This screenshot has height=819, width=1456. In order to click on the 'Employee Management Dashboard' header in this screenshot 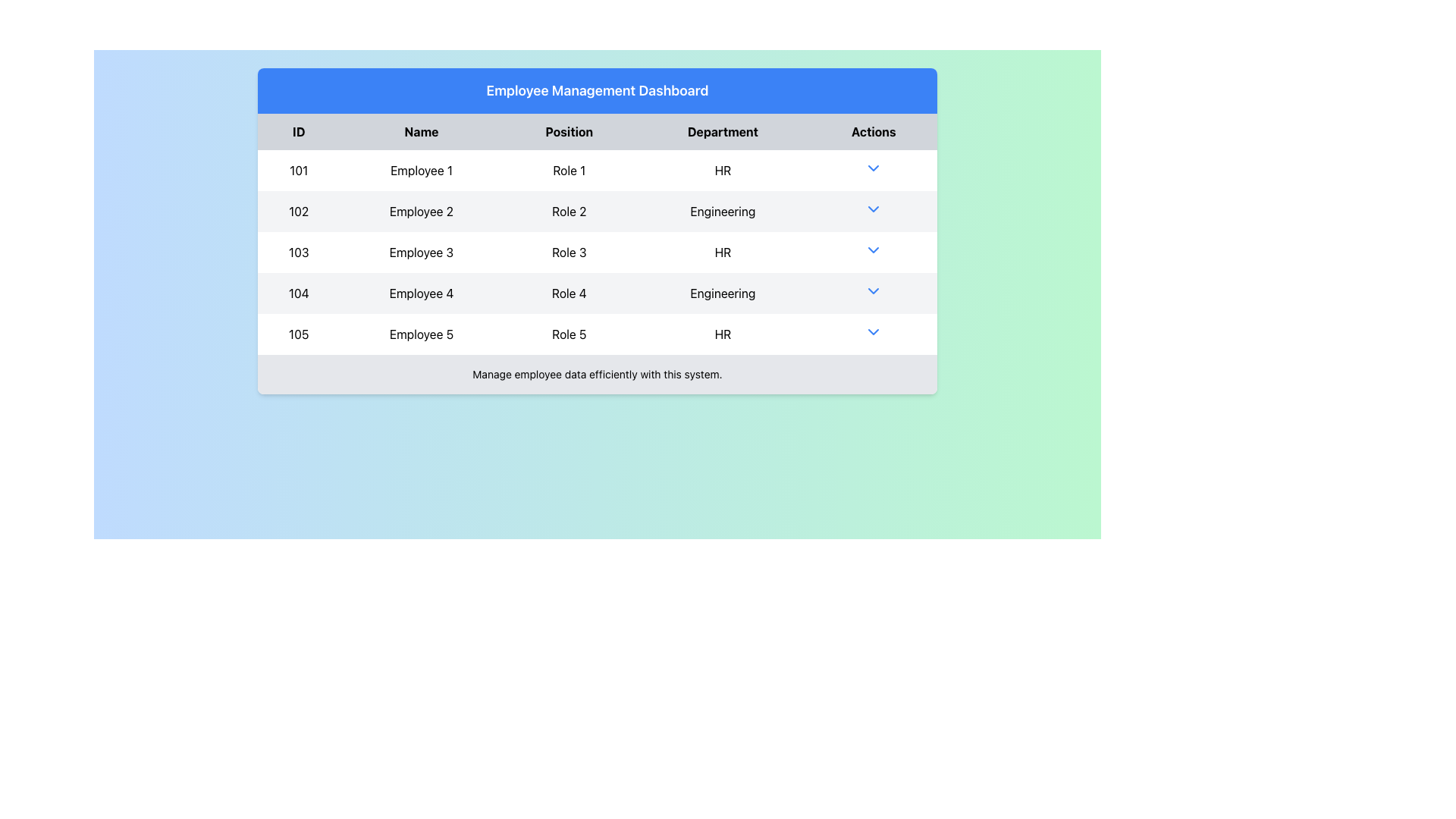, I will do `click(596, 90)`.